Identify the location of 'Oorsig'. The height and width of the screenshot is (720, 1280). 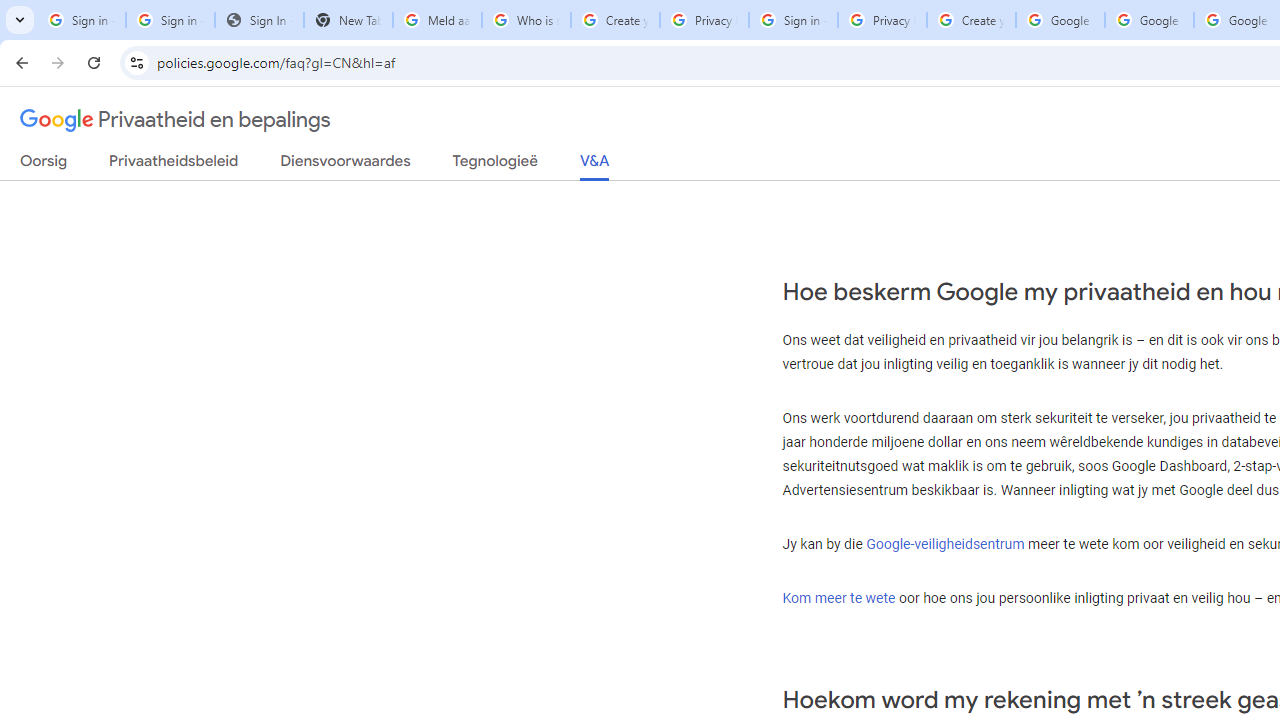
(44, 164).